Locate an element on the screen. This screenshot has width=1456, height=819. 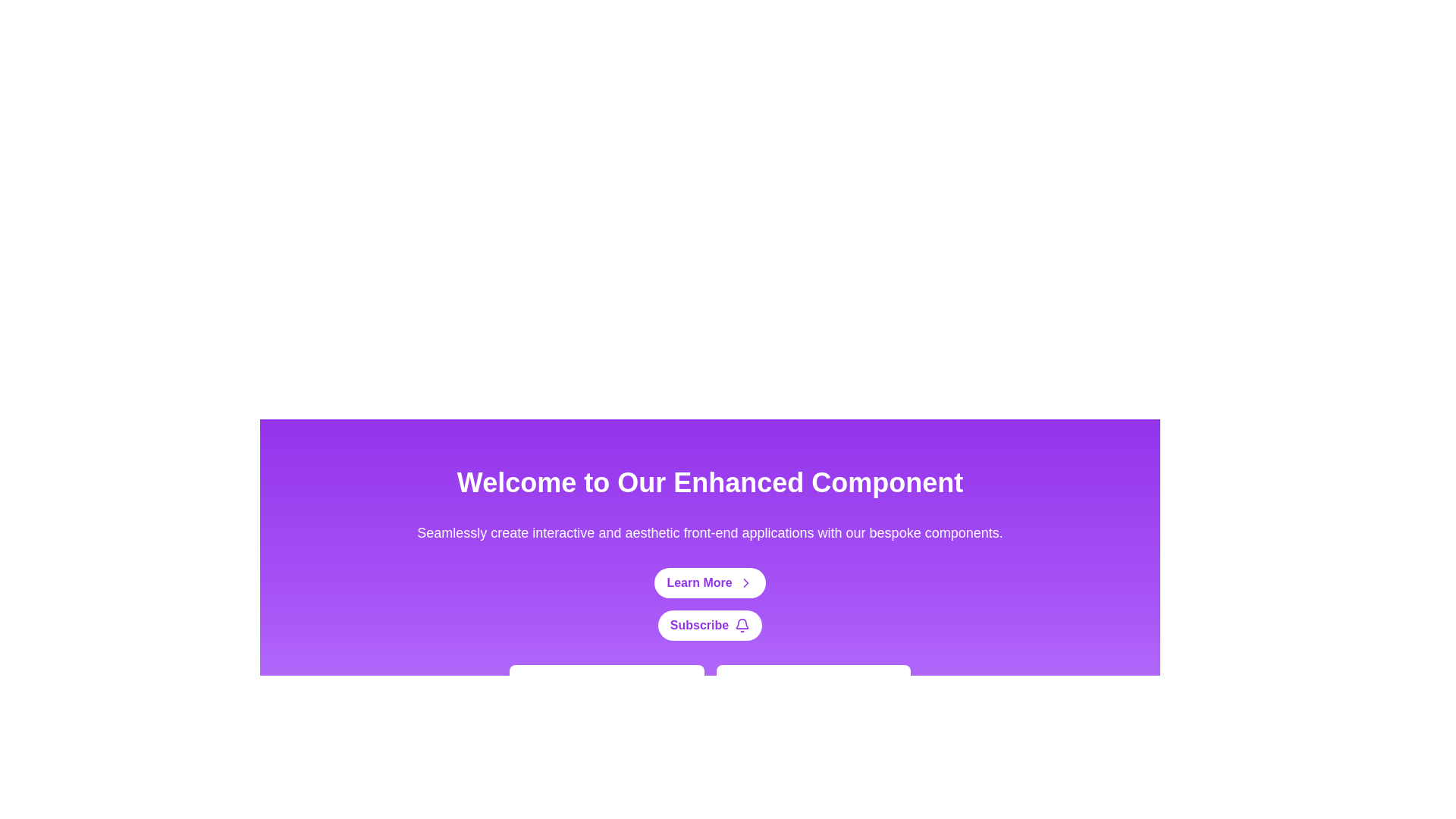
the prominently displayed title 'Welcome to Our Enhanced Component' located at the top of a purple gradient section is located at coordinates (709, 482).